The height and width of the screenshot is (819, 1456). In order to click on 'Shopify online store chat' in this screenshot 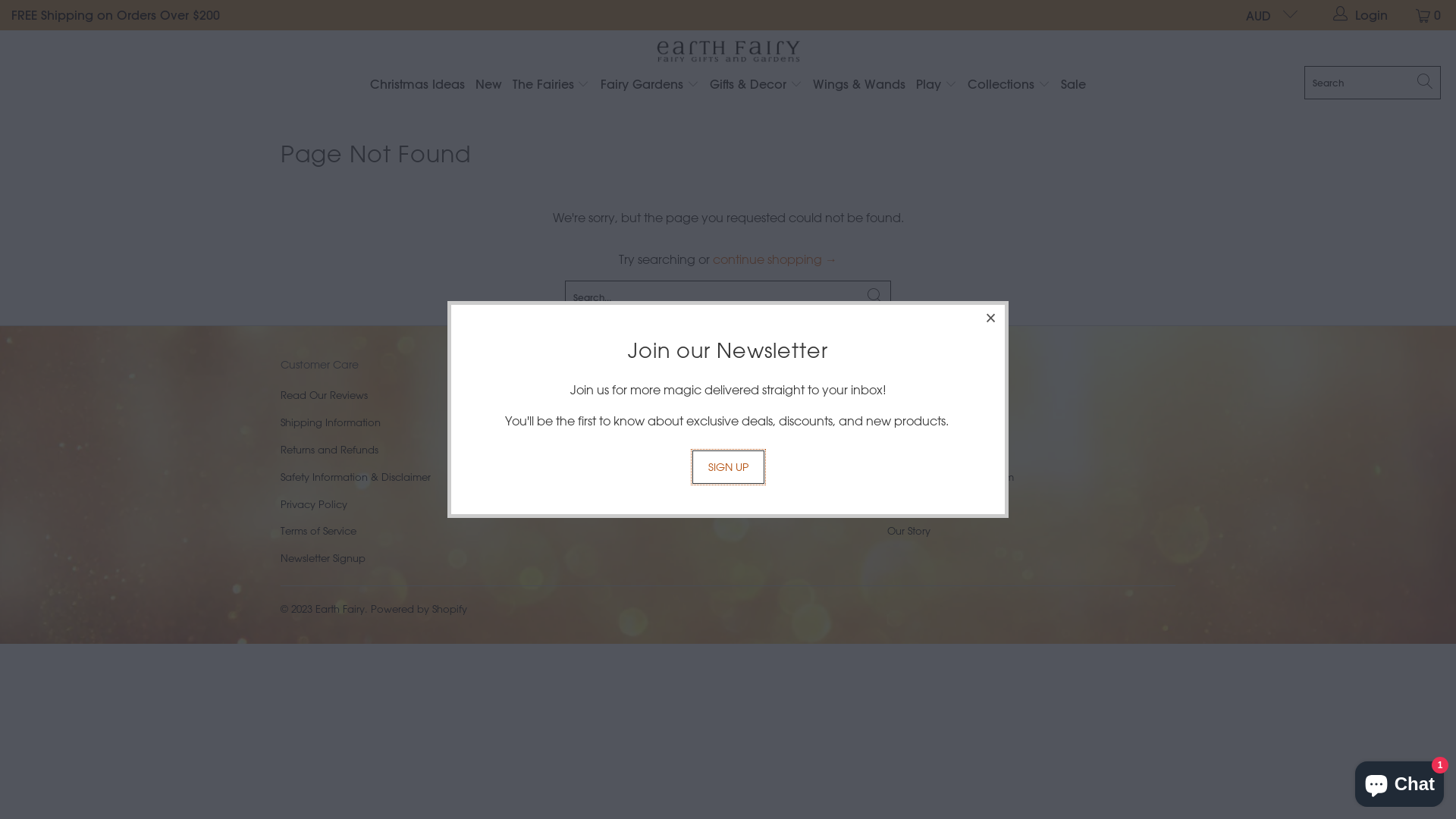, I will do `click(1350, 780)`.